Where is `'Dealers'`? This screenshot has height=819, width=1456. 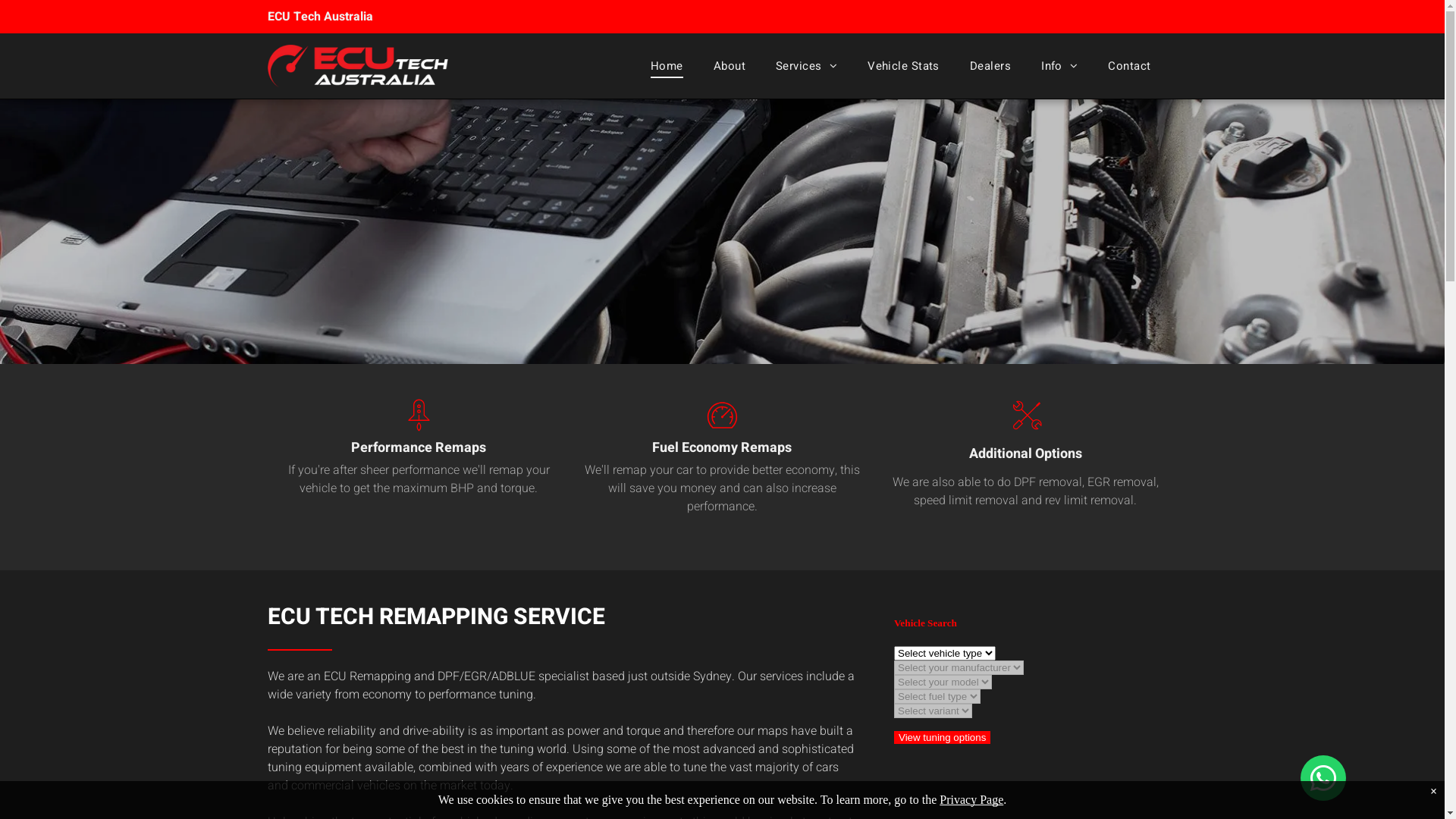
'Dealers' is located at coordinates (990, 65).